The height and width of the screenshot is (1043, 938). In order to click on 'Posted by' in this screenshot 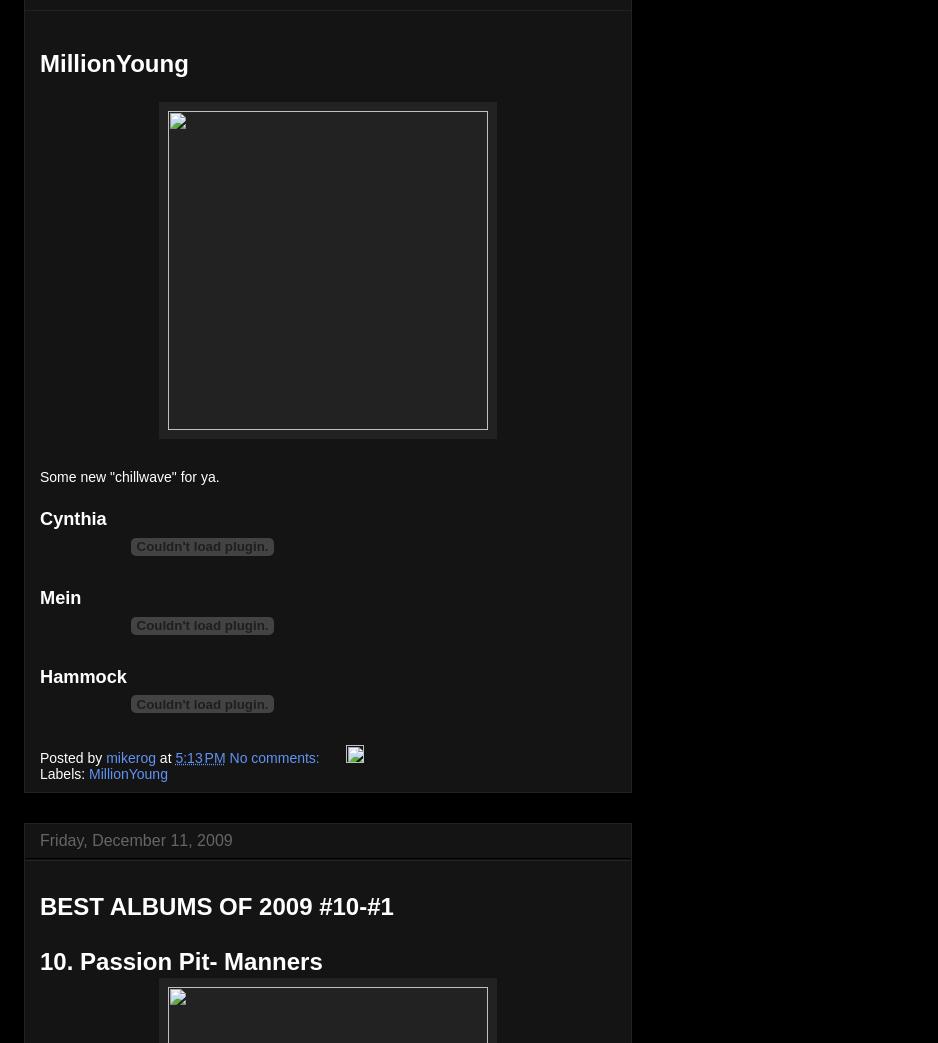, I will do `click(72, 756)`.